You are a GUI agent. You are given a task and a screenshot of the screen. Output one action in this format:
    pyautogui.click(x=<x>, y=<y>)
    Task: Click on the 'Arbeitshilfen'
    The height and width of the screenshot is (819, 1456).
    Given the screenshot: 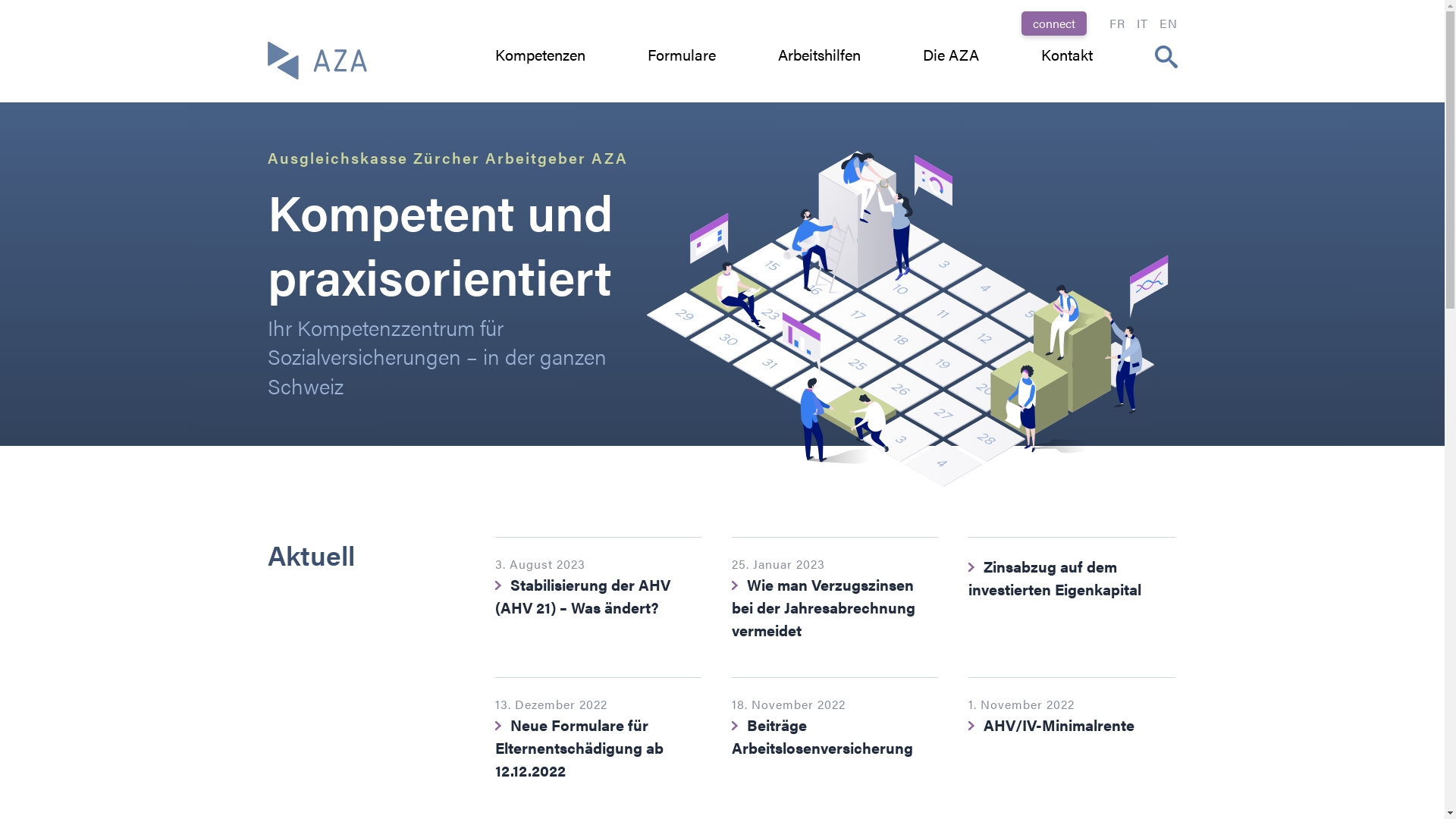 What is the action you would take?
    pyautogui.click(x=818, y=54)
    